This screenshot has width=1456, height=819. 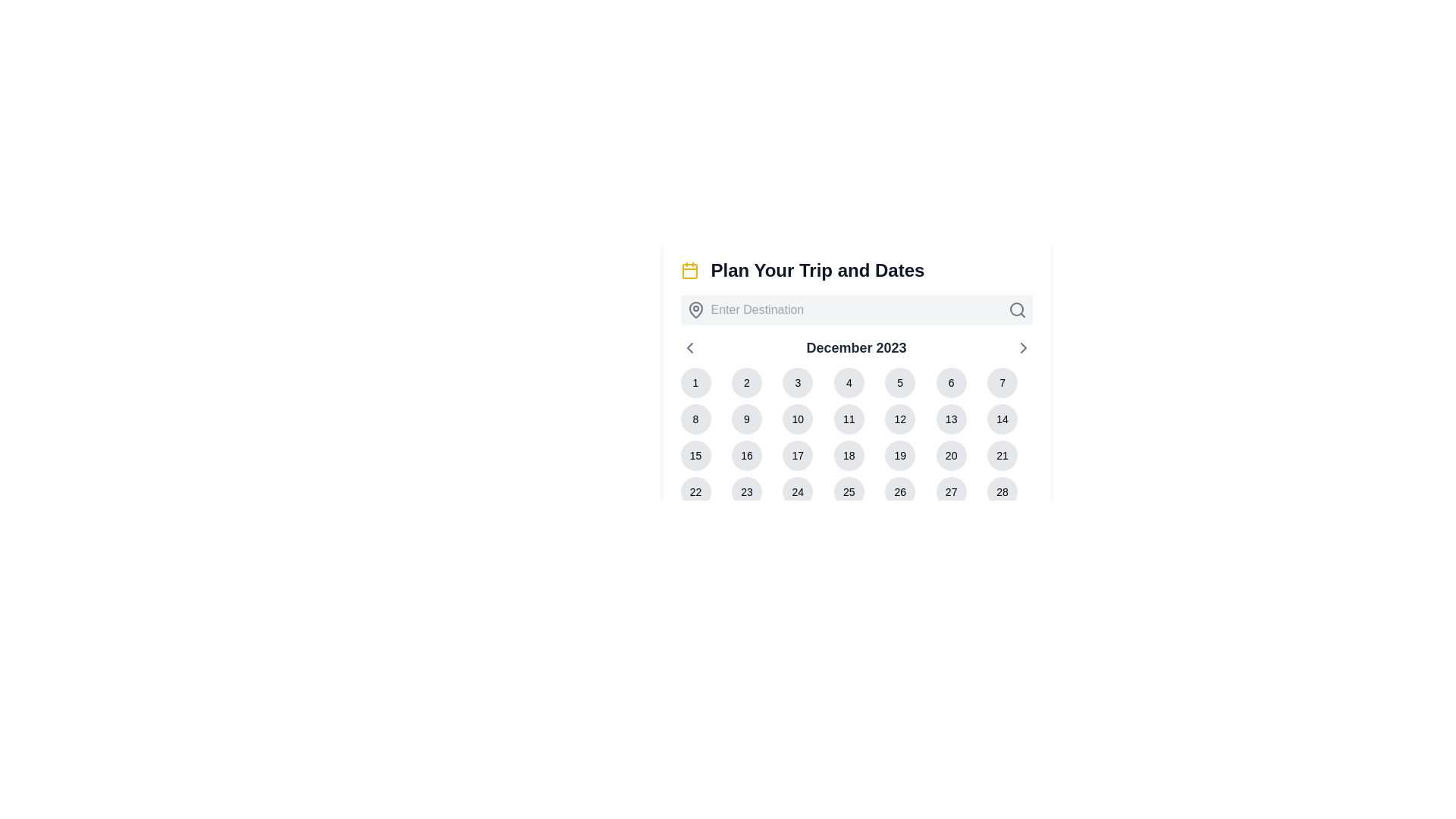 What do you see at coordinates (695, 382) in the screenshot?
I see `the circular button with a light gray background and the number '1' displayed in black` at bounding box center [695, 382].